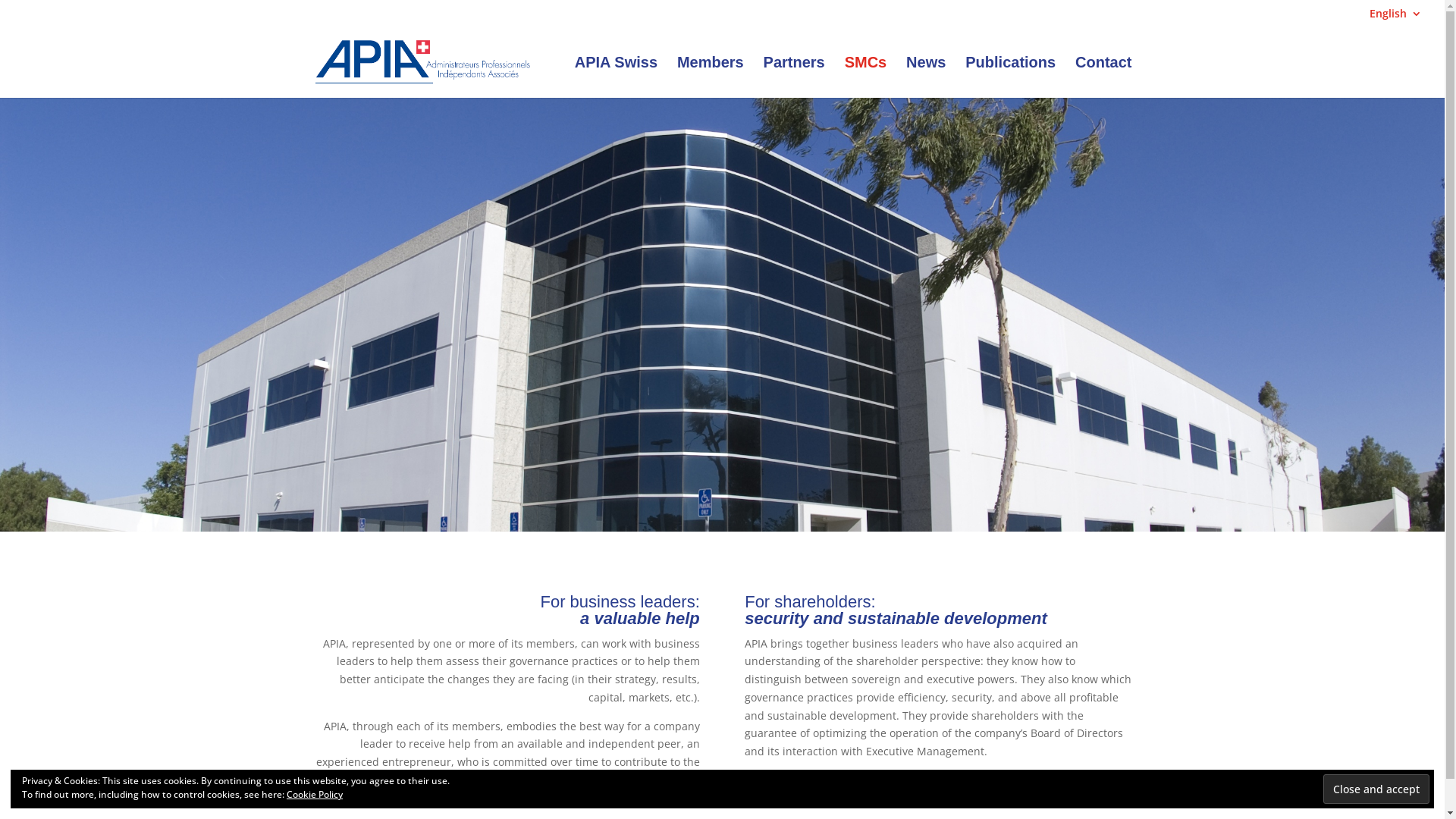  What do you see at coordinates (906, 77) in the screenshot?
I see `'News'` at bounding box center [906, 77].